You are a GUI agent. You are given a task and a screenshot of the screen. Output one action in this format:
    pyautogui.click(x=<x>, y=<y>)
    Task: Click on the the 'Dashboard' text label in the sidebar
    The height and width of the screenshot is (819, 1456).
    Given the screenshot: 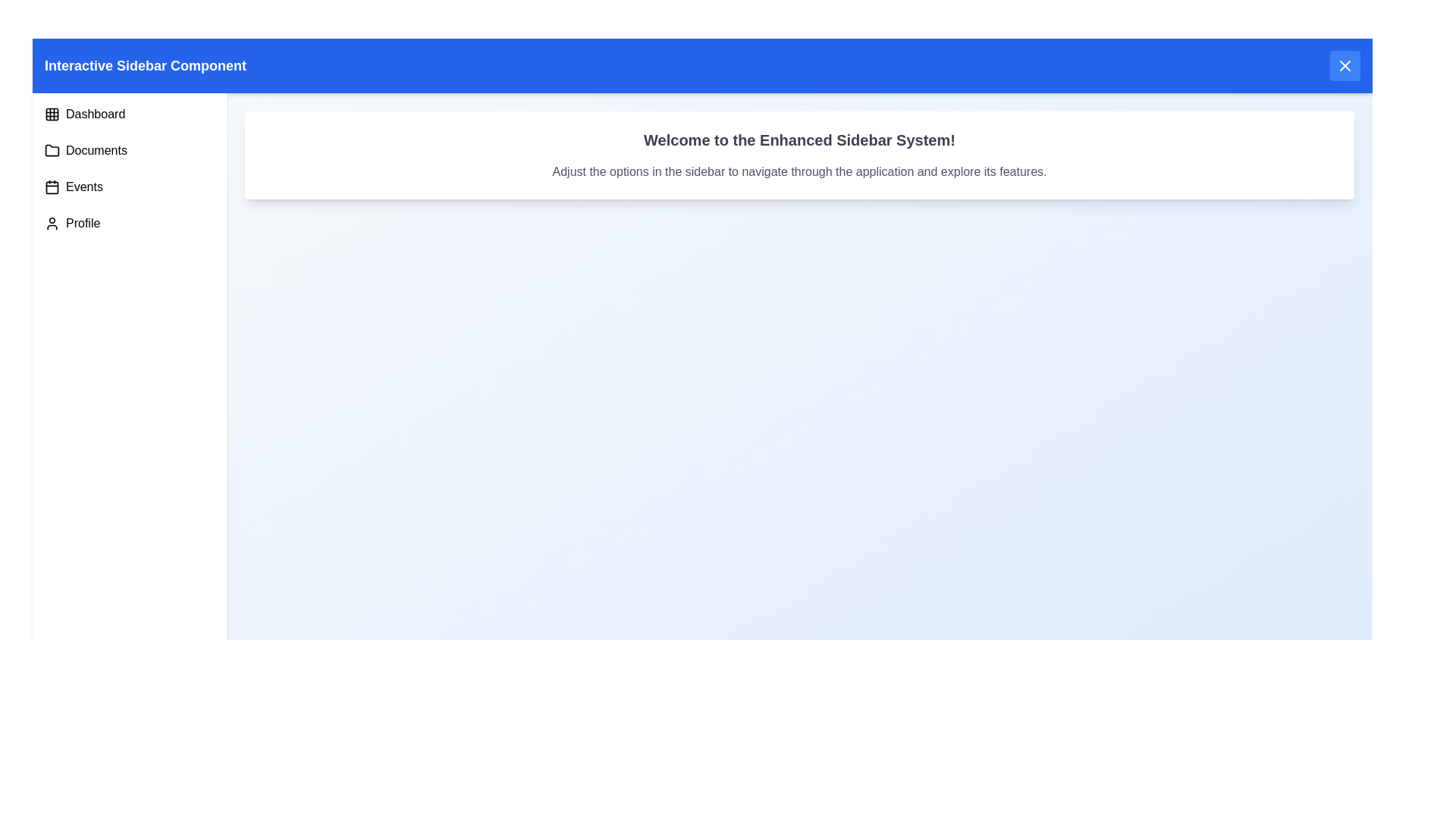 What is the action you would take?
    pyautogui.click(x=95, y=113)
    